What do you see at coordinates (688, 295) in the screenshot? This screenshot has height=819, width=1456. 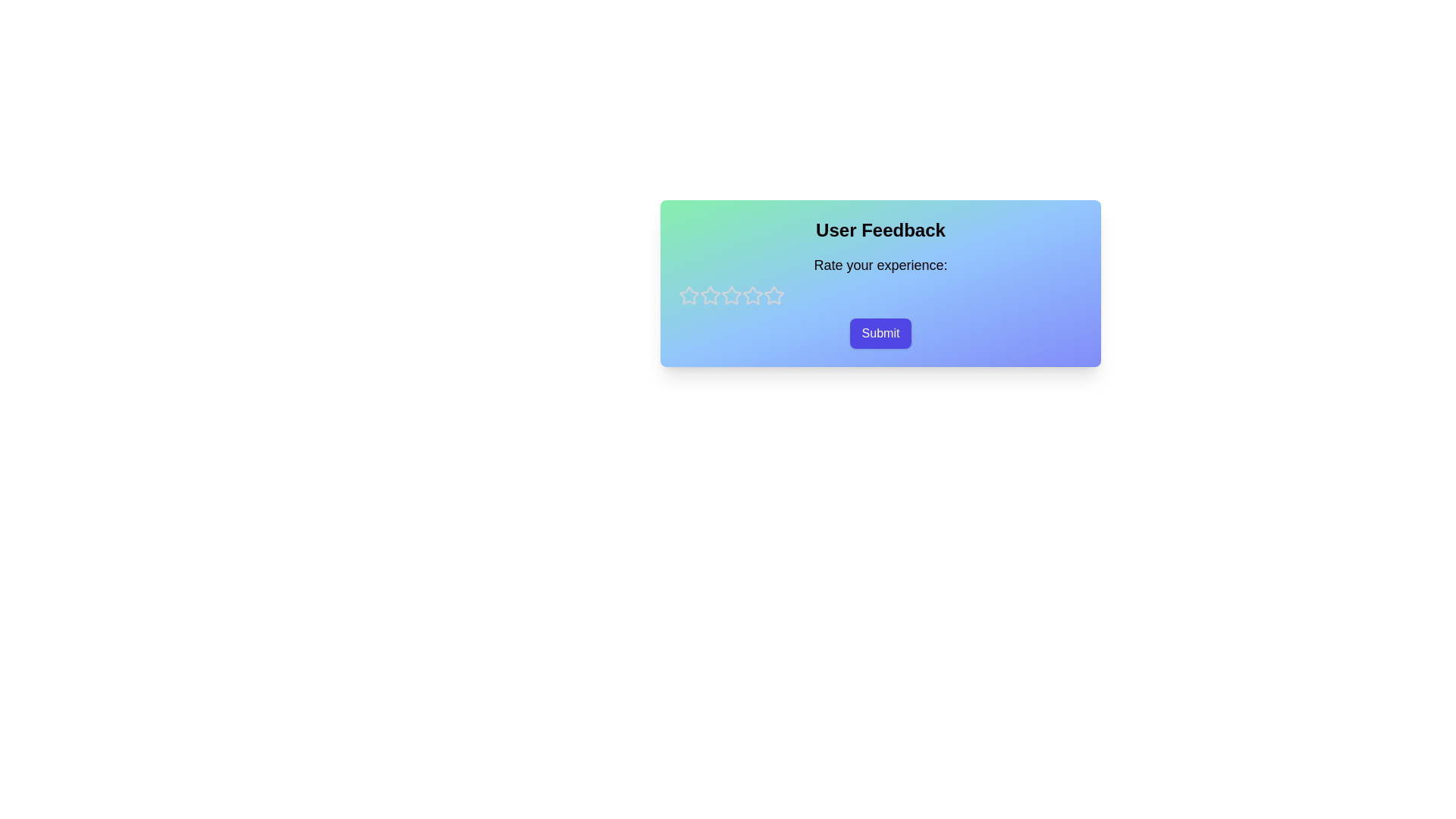 I see `the first rating star icon in the feedback component` at bounding box center [688, 295].